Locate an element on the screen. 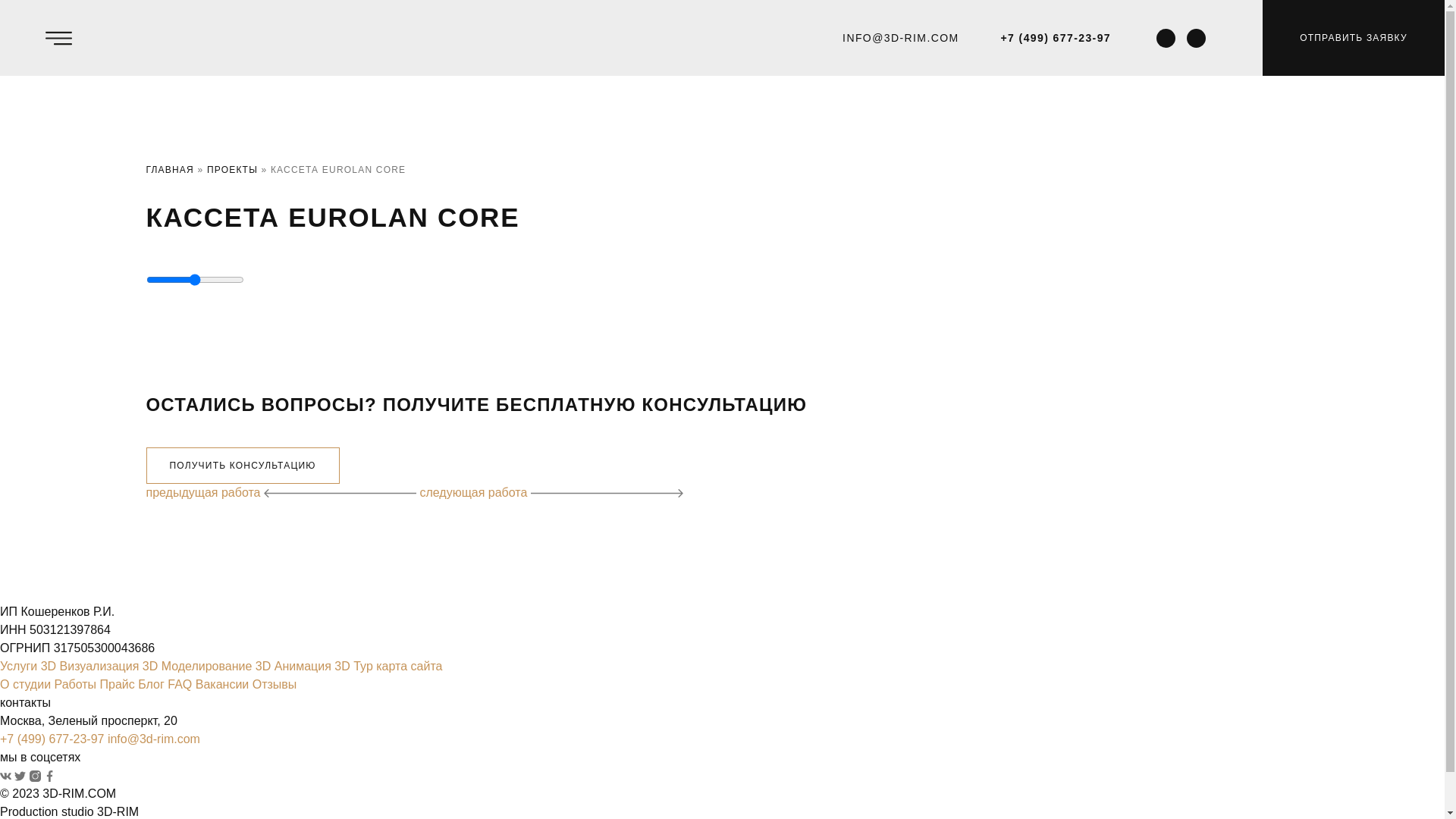  '+7 (499) 677-23-97' is located at coordinates (1001, 36).